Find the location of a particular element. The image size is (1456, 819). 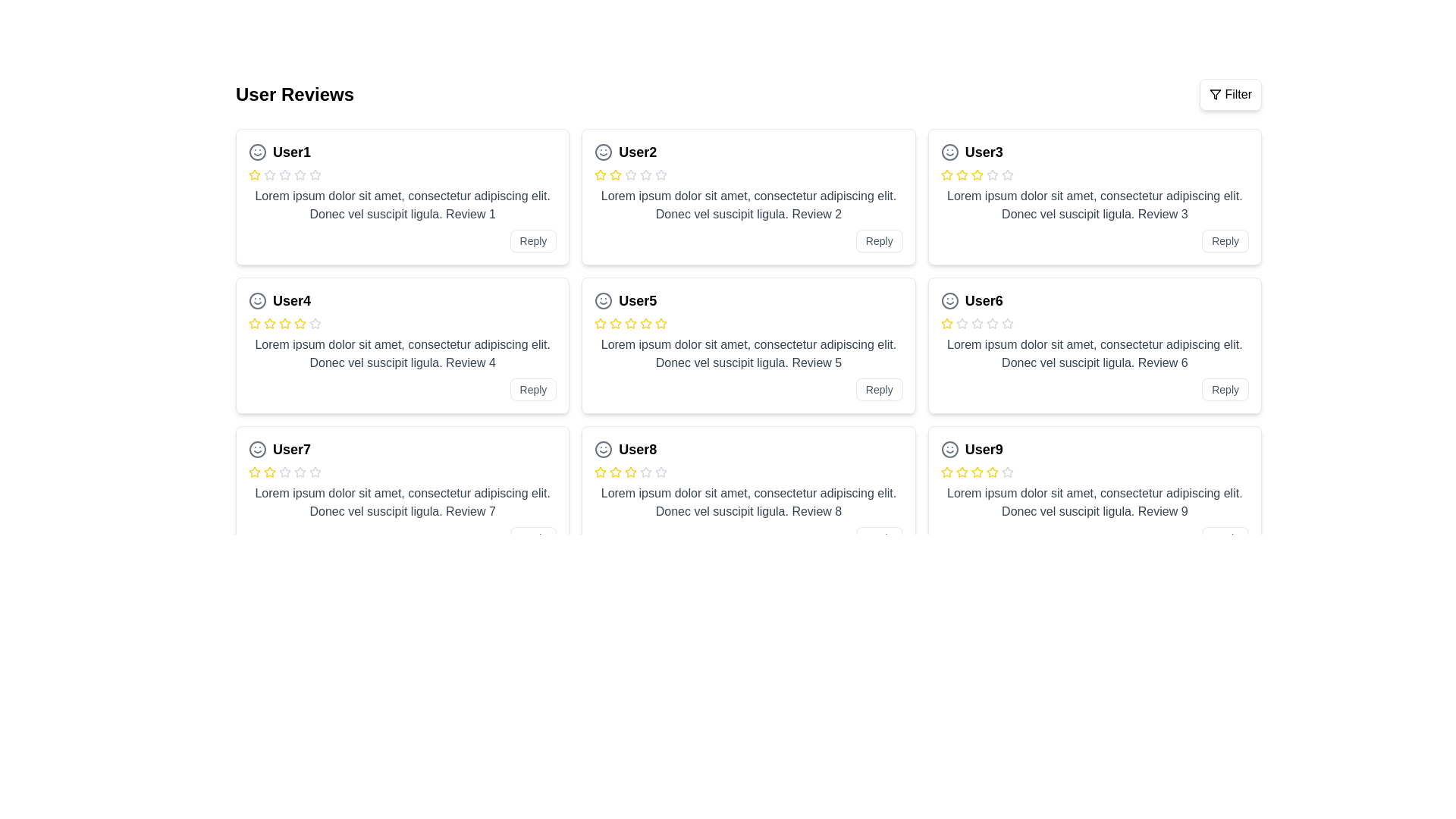

the selected third star icon in the five-star rating system within the review card for 'User3' for accessibility purposes is located at coordinates (961, 174).